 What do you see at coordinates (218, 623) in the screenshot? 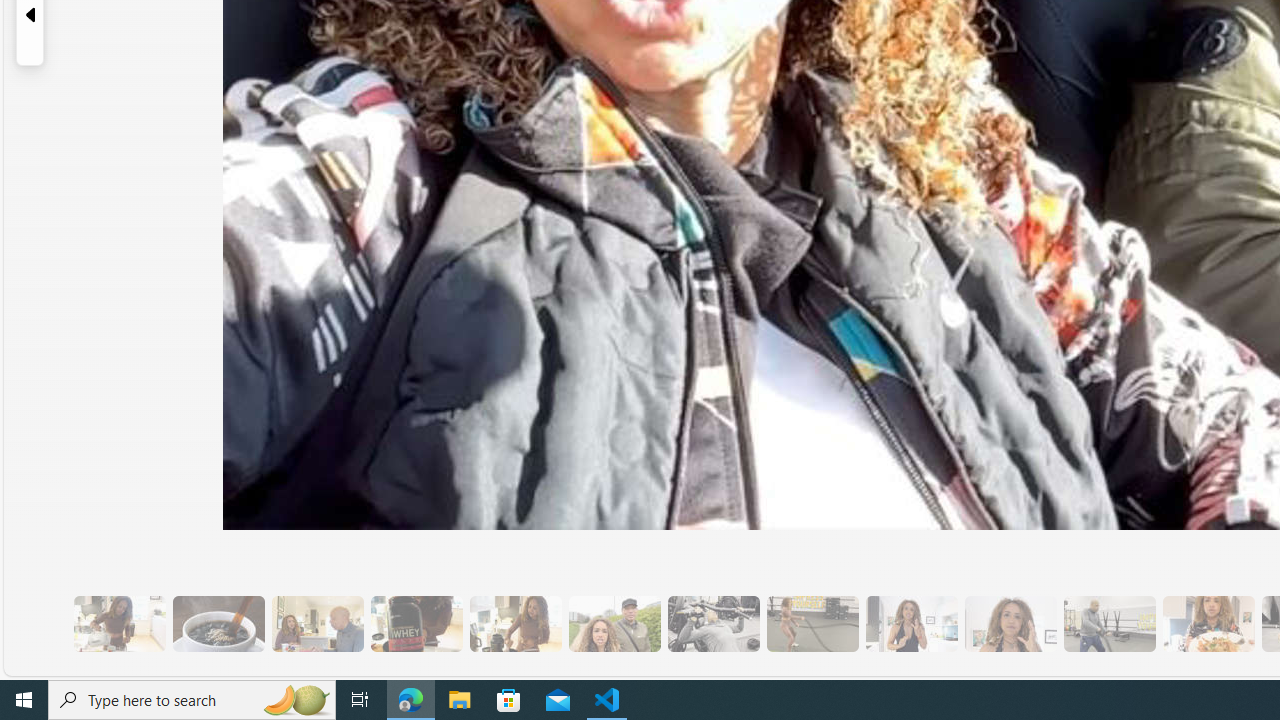
I see `'8 Be Mindful of Coffee'` at bounding box center [218, 623].